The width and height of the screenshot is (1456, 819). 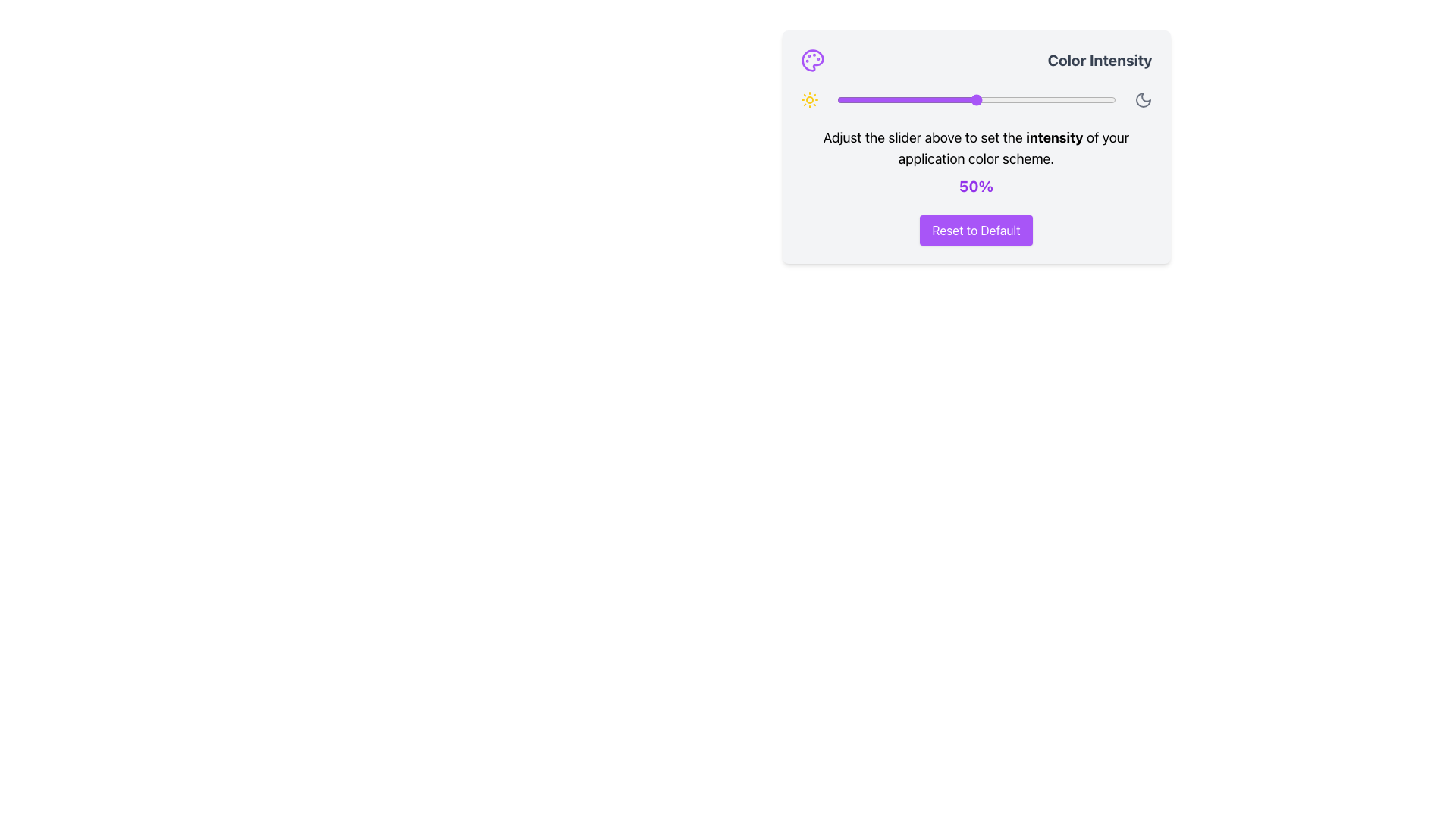 What do you see at coordinates (917, 99) in the screenshot?
I see `the color intensity slider` at bounding box center [917, 99].